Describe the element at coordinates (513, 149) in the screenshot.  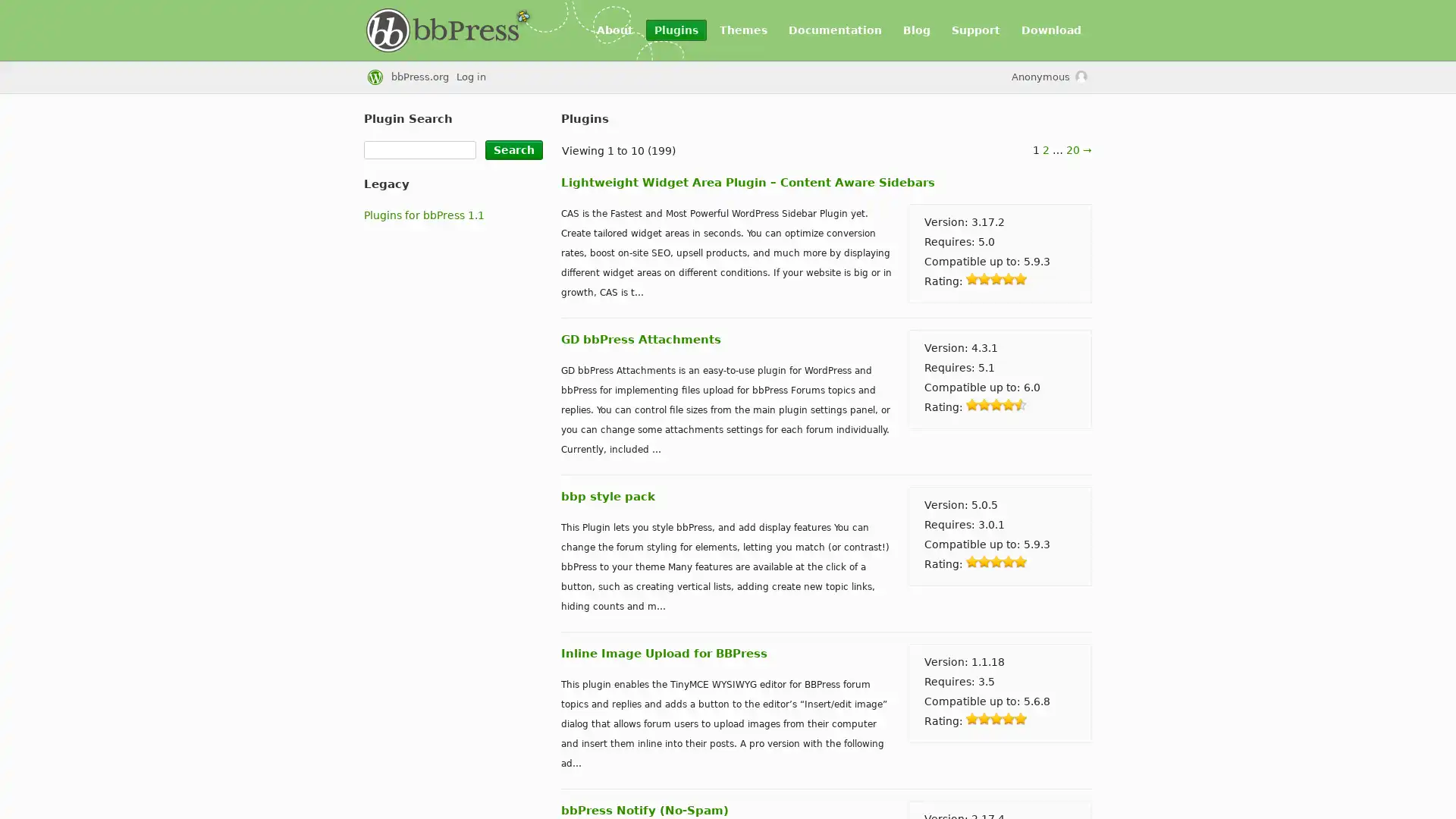
I see `Search` at that location.